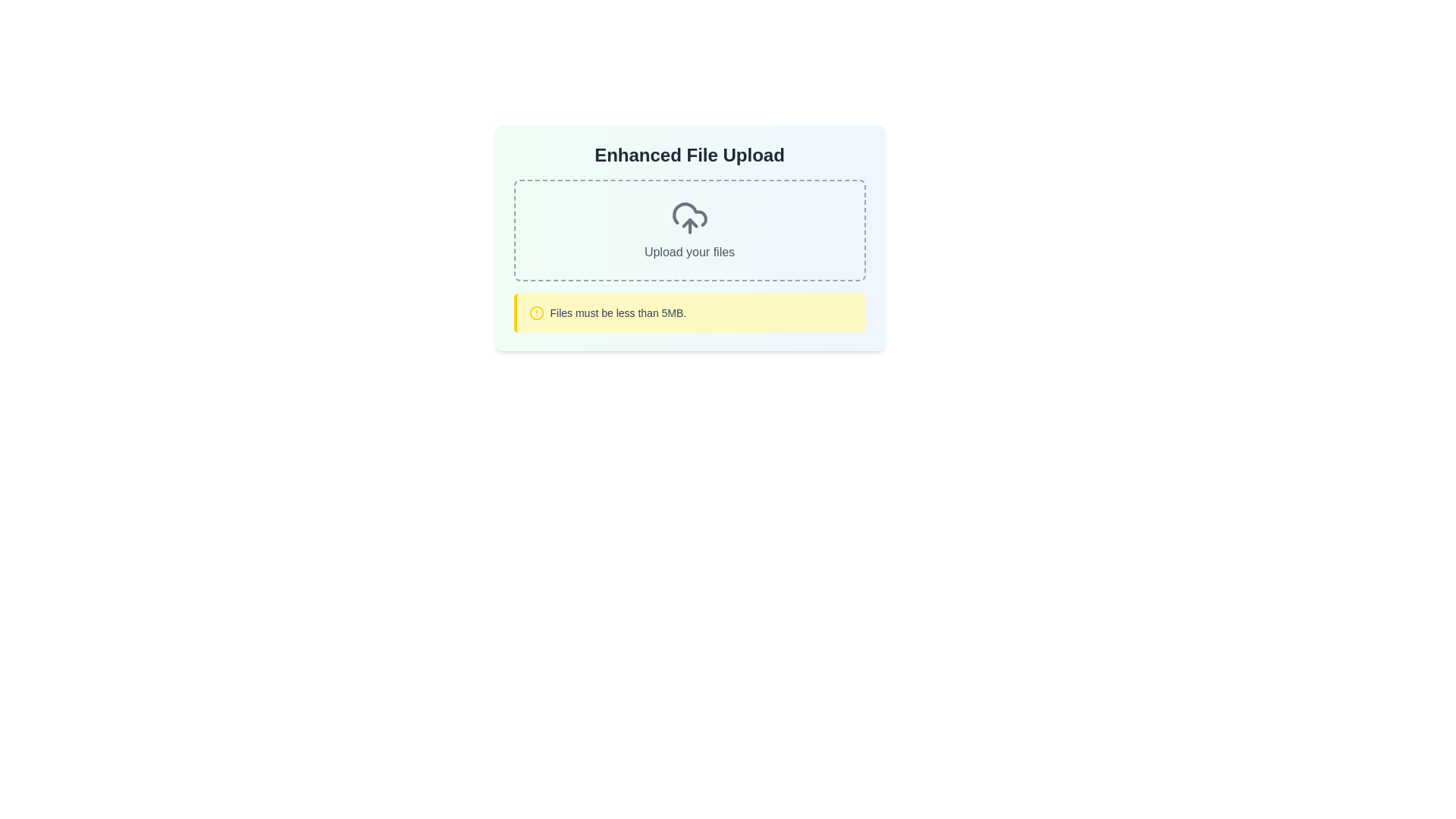 This screenshot has width=1456, height=819. What do you see at coordinates (689, 223) in the screenshot?
I see `the cloud upload SVG icon element, which is represented by an arrow symbolizing upward motion for file uploads, located at the center of the SVG, slightly below the cloud outline` at bounding box center [689, 223].